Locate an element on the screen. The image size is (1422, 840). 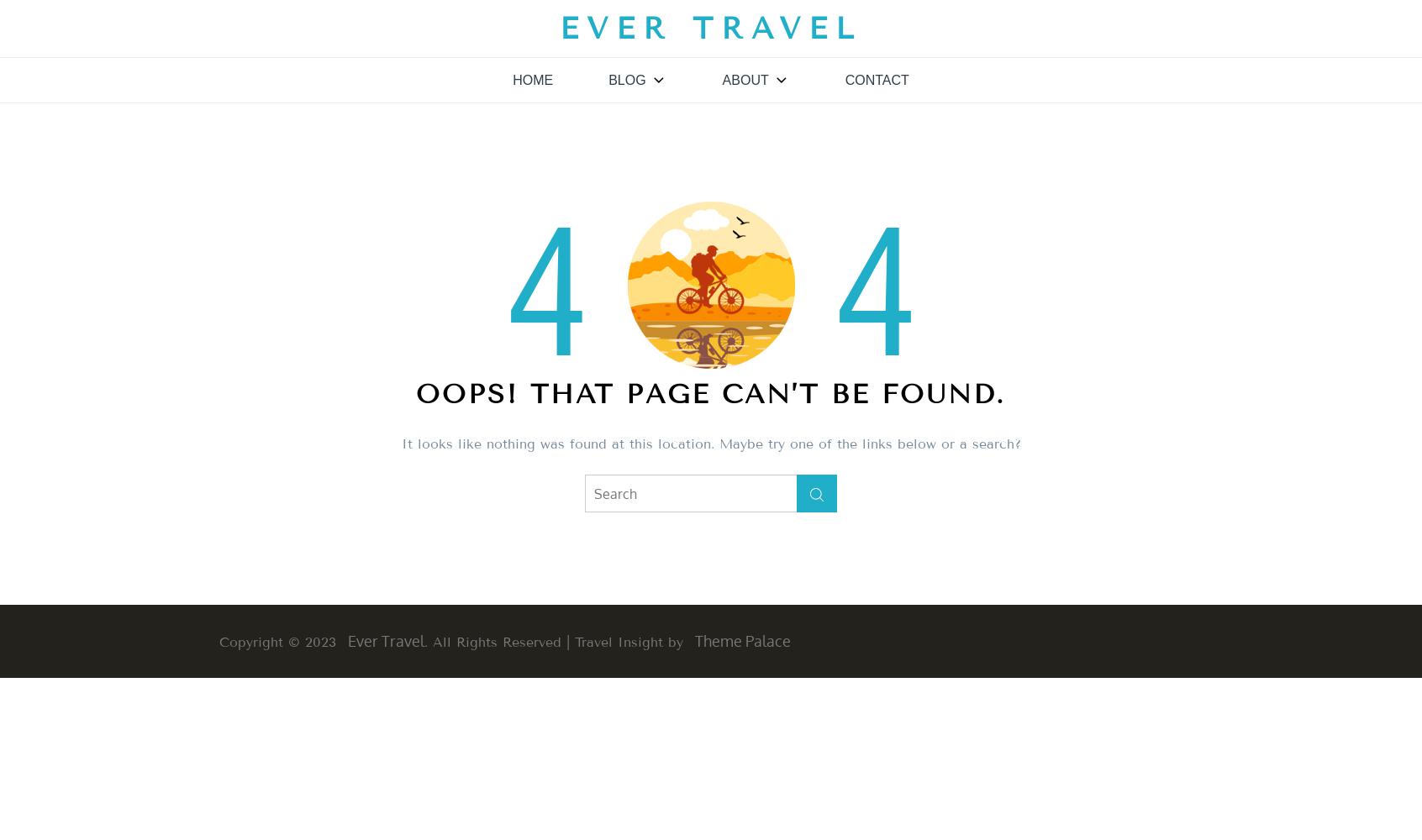
'Blog' is located at coordinates (608, 79).